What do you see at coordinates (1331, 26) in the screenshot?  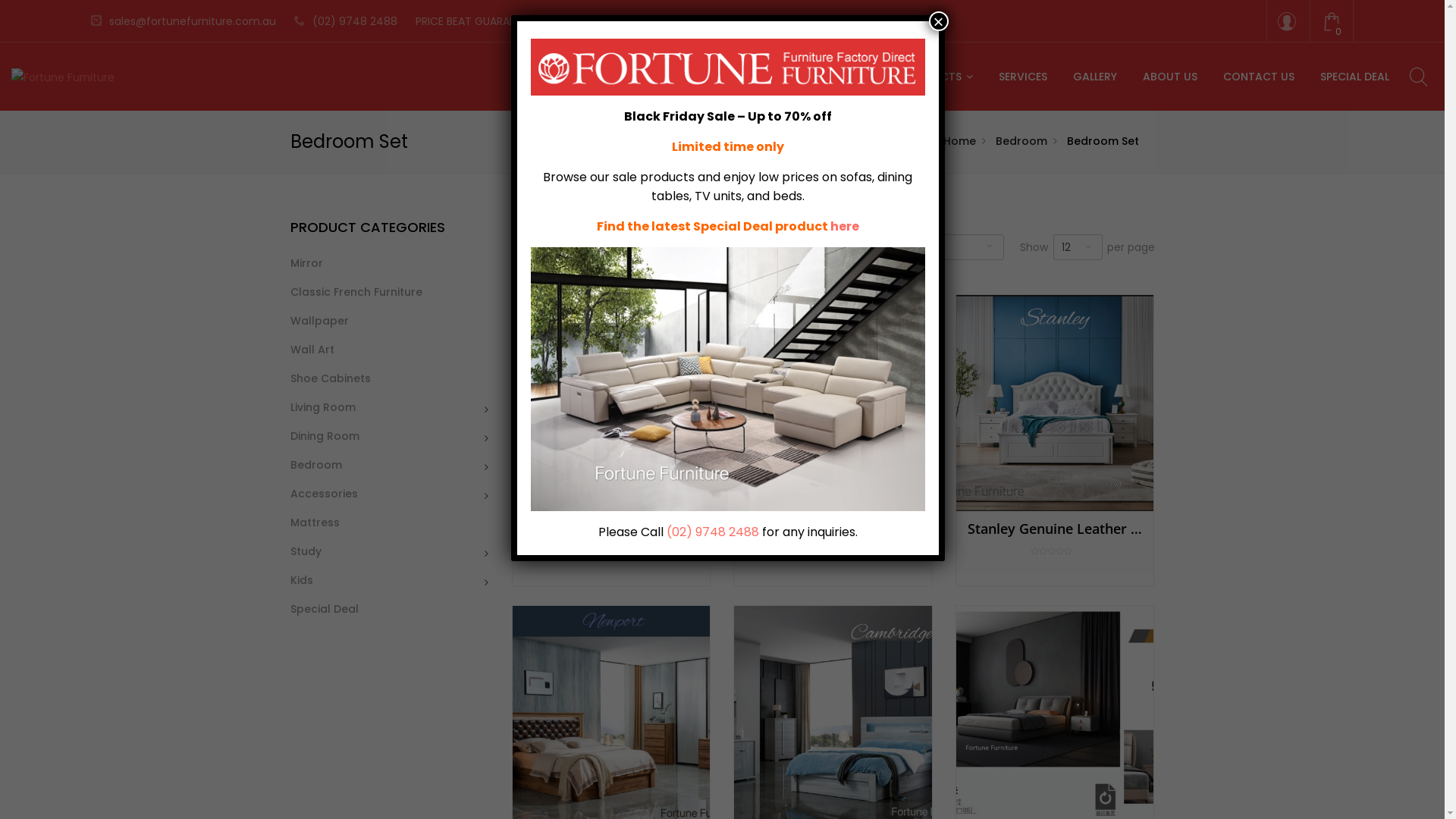 I see `'0'` at bounding box center [1331, 26].